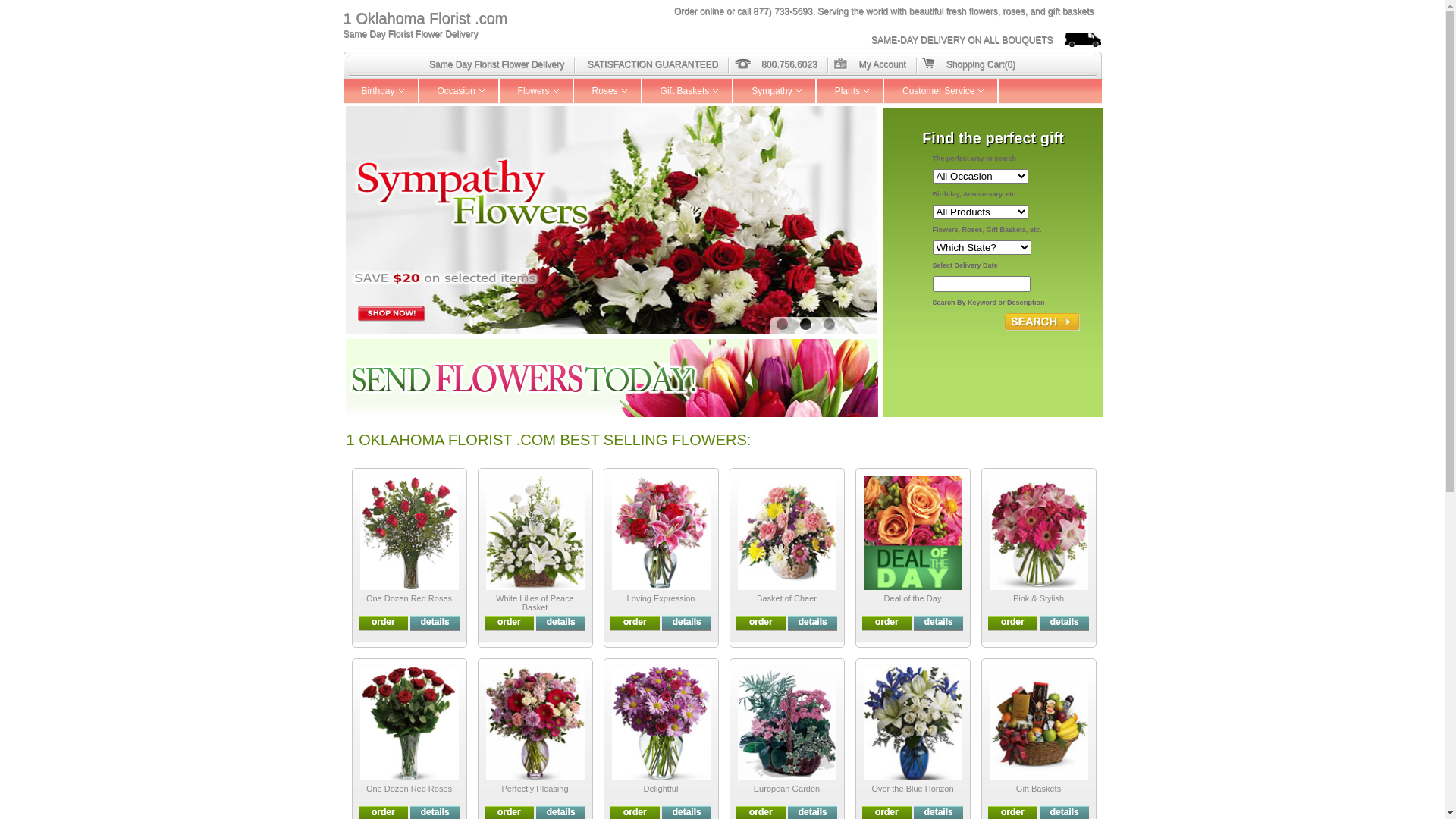  Describe the element at coordinates (850, 90) in the screenshot. I see `'Plants'` at that location.